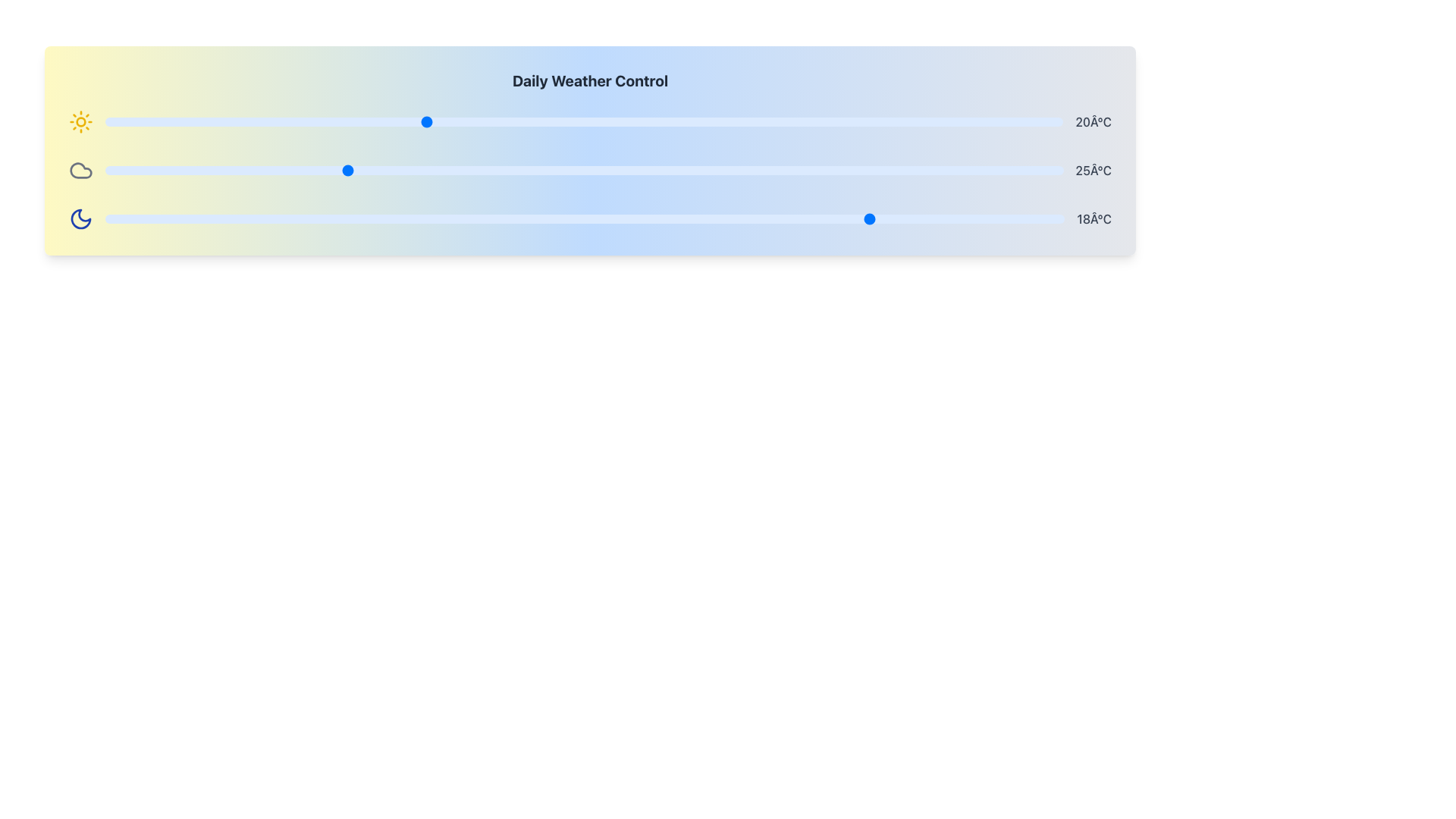  What do you see at coordinates (967, 170) in the screenshot?
I see `the slider value` at bounding box center [967, 170].